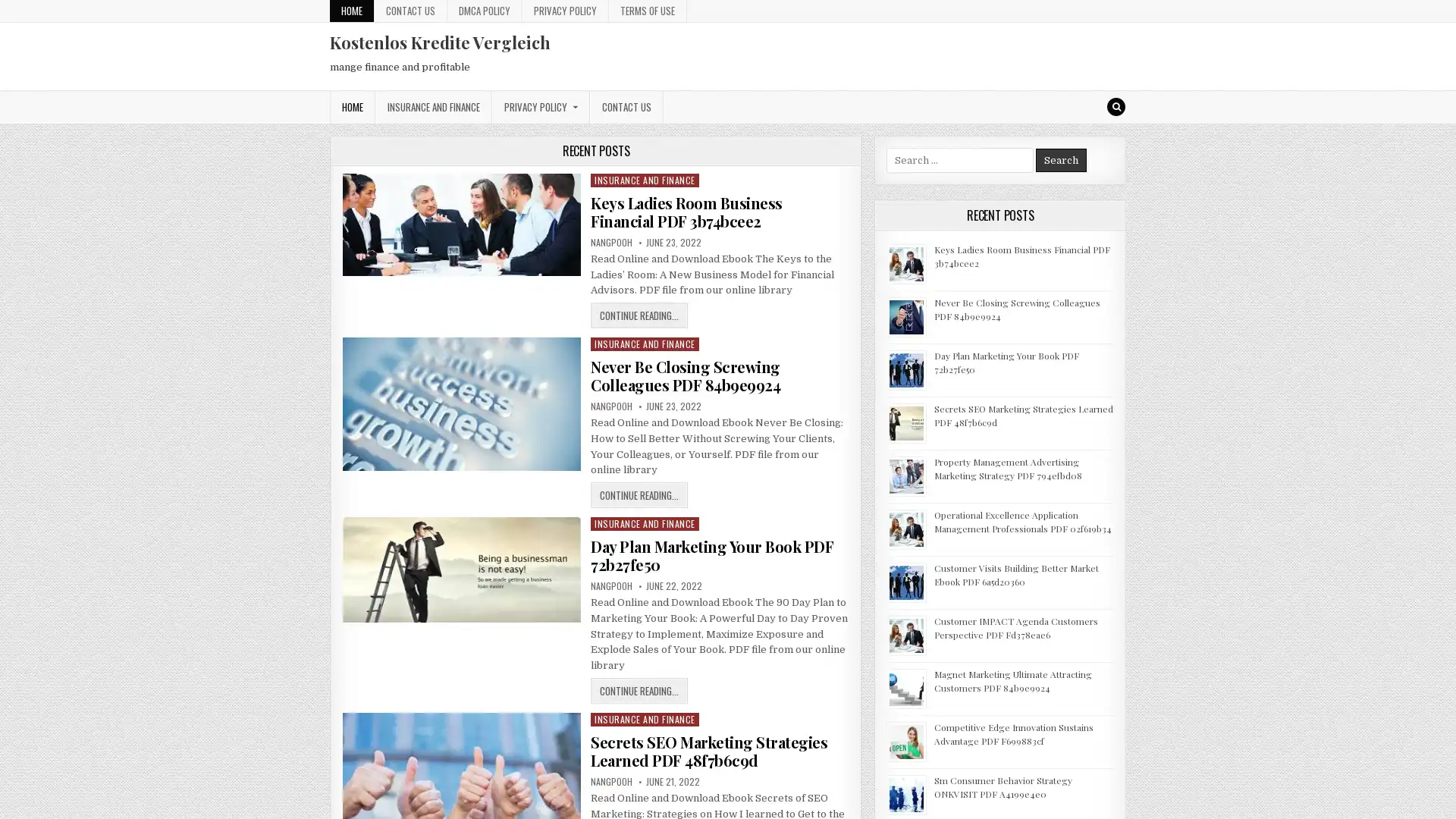  Describe the element at coordinates (1060, 160) in the screenshot. I see `Search` at that location.